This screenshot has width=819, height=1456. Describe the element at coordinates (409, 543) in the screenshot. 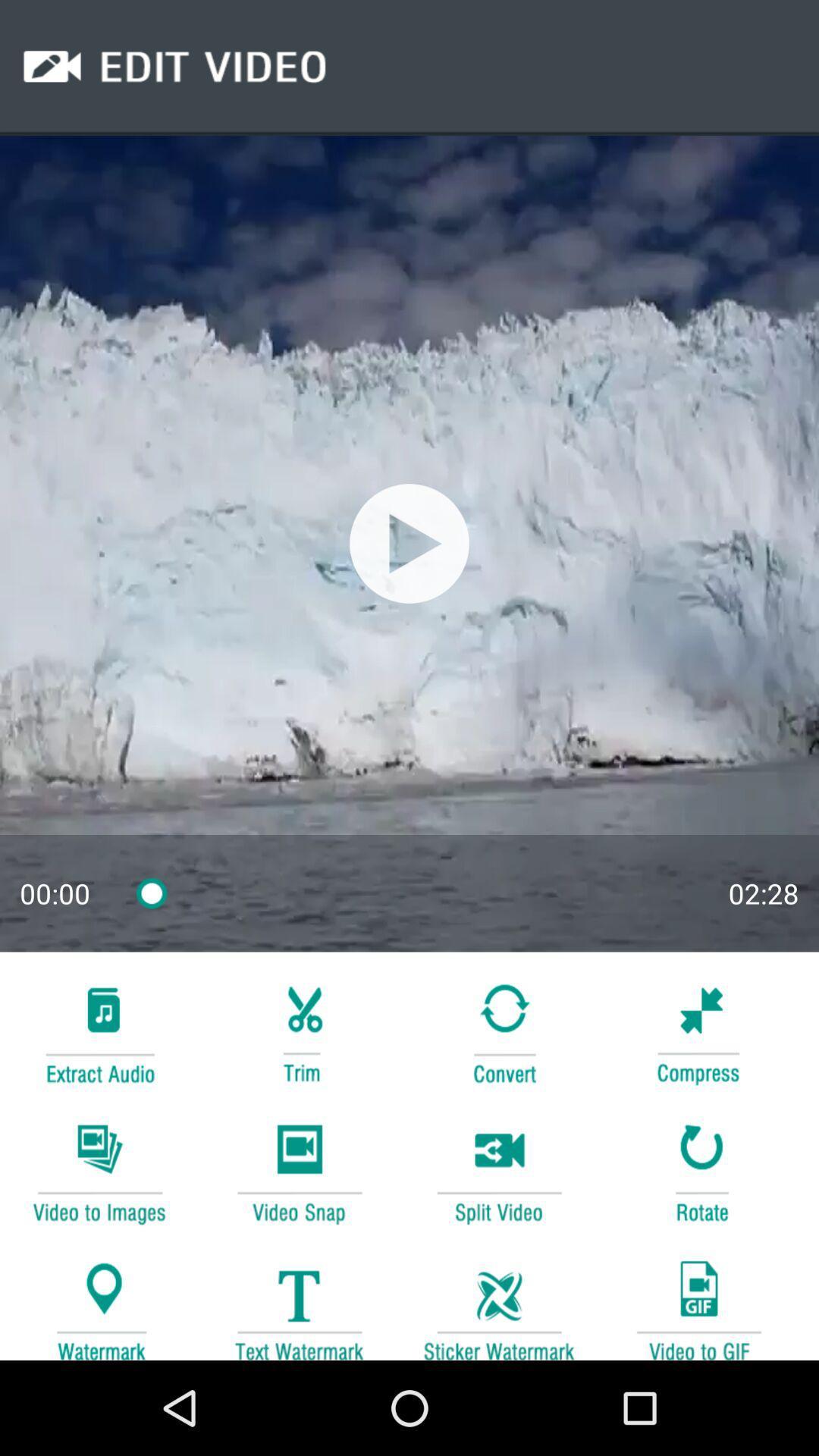

I see `play` at that location.